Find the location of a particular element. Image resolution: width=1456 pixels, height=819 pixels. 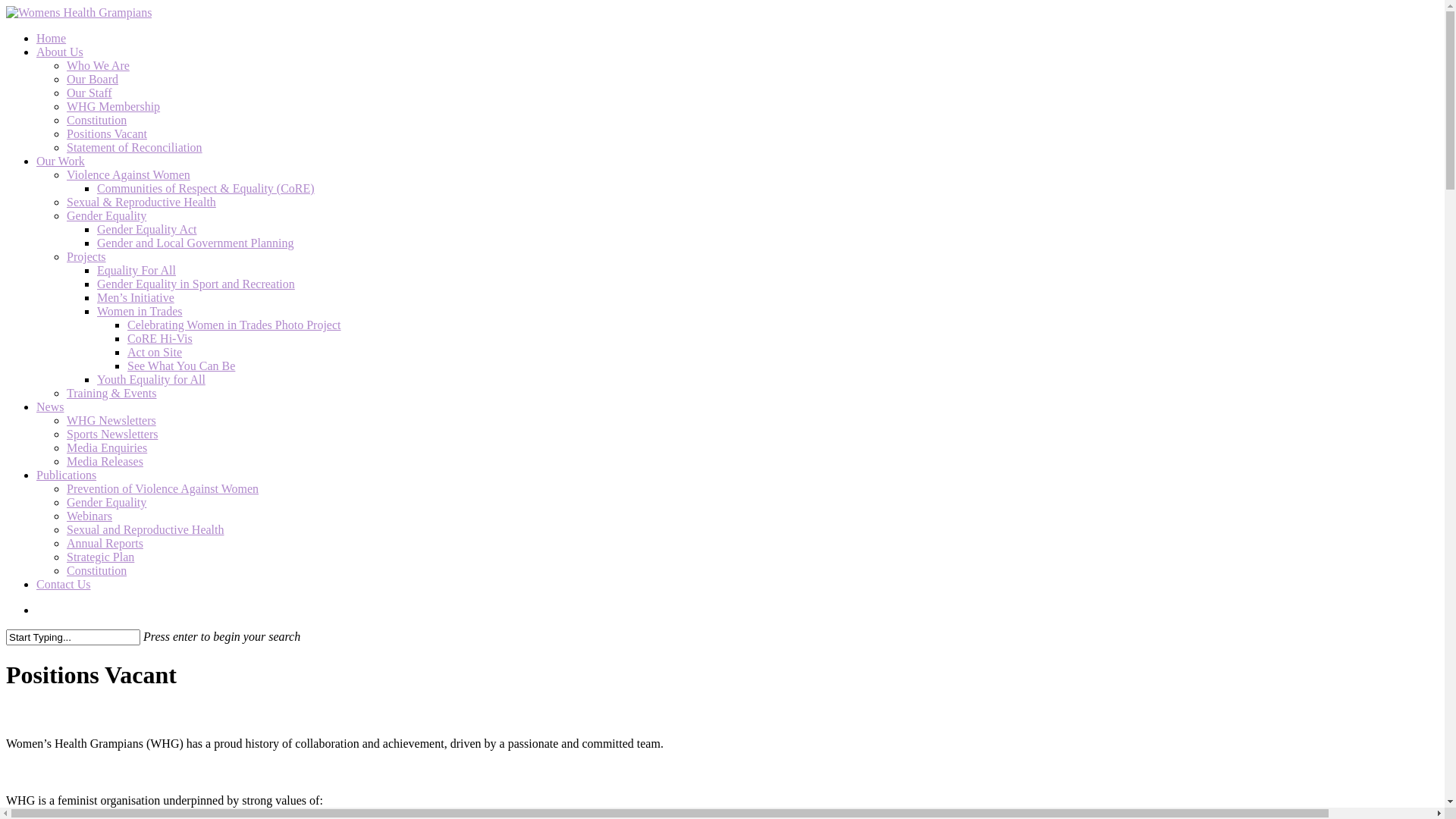

'Training & Events' is located at coordinates (111, 392).